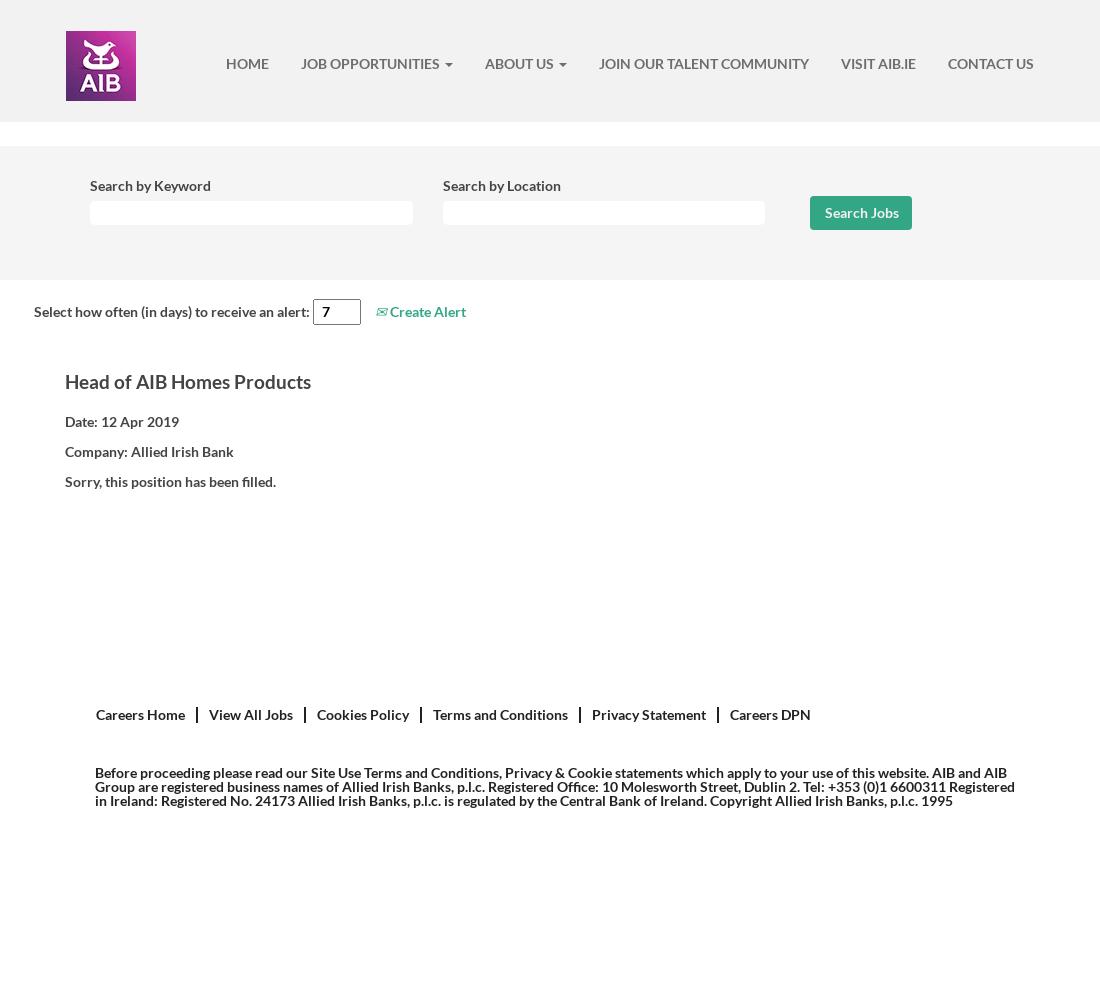 This screenshot has height=1000, width=1100. I want to click on 'Search by Keyword', so click(149, 185).